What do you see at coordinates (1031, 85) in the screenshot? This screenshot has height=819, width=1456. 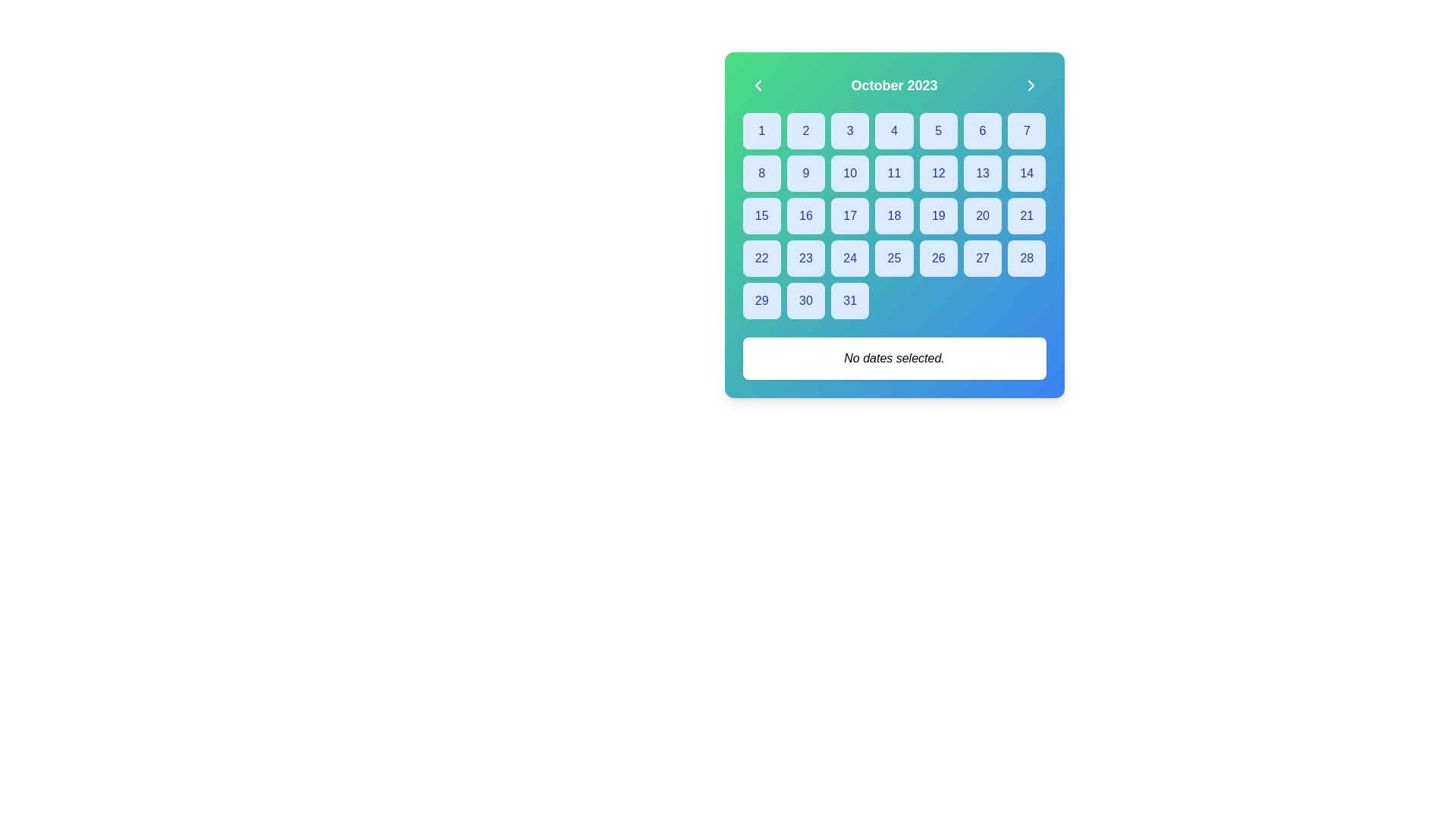 I see `the rightward-pointing arrow button located in the upper-right corner of the calendar interface` at bounding box center [1031, 85].